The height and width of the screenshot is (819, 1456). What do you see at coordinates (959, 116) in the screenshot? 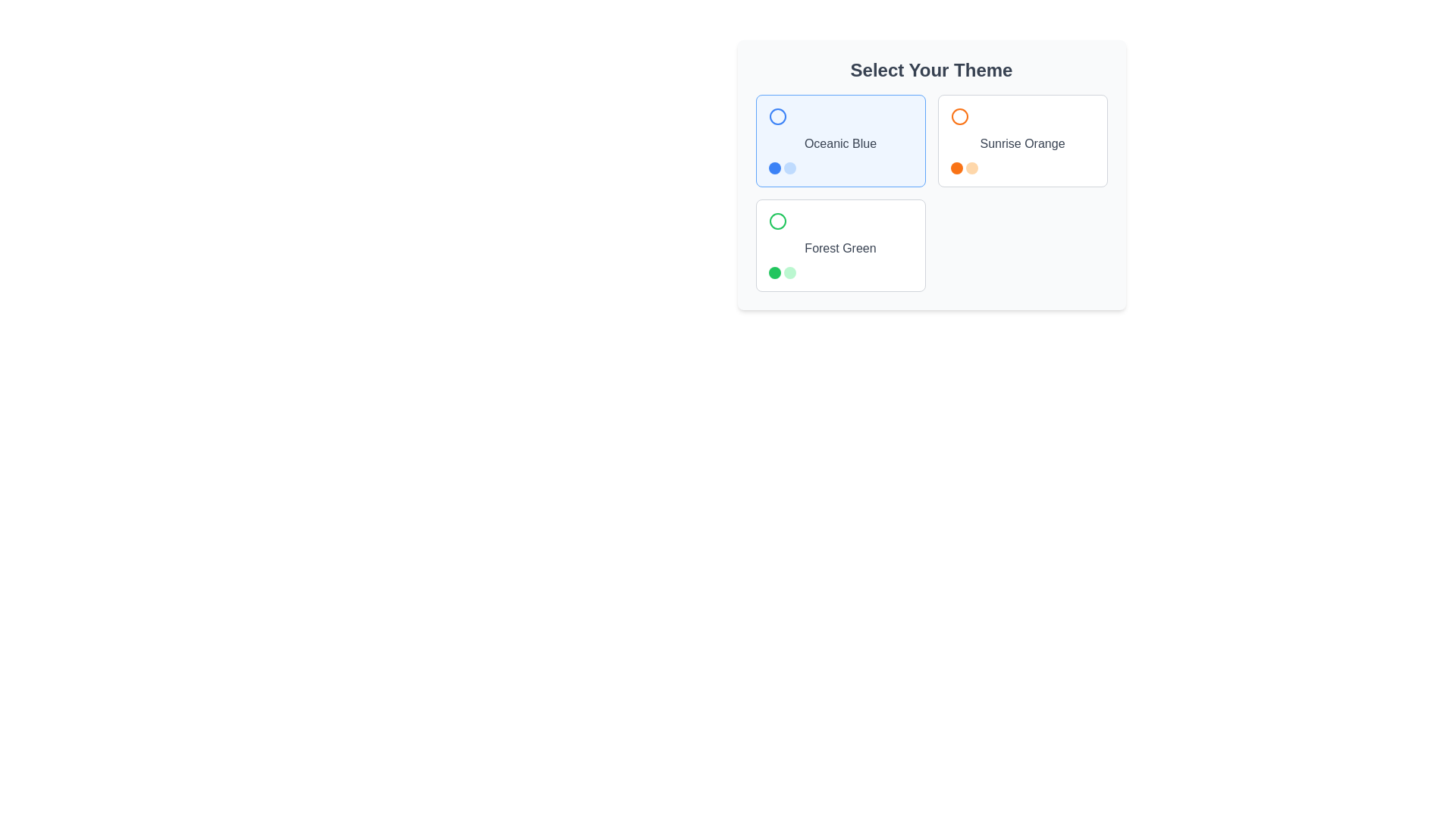
I see `the circular icon with a bright orange stroke located in the top section of the 'Sunrise Orange' card in the theme selection interface` at bounding box center [959, 116].